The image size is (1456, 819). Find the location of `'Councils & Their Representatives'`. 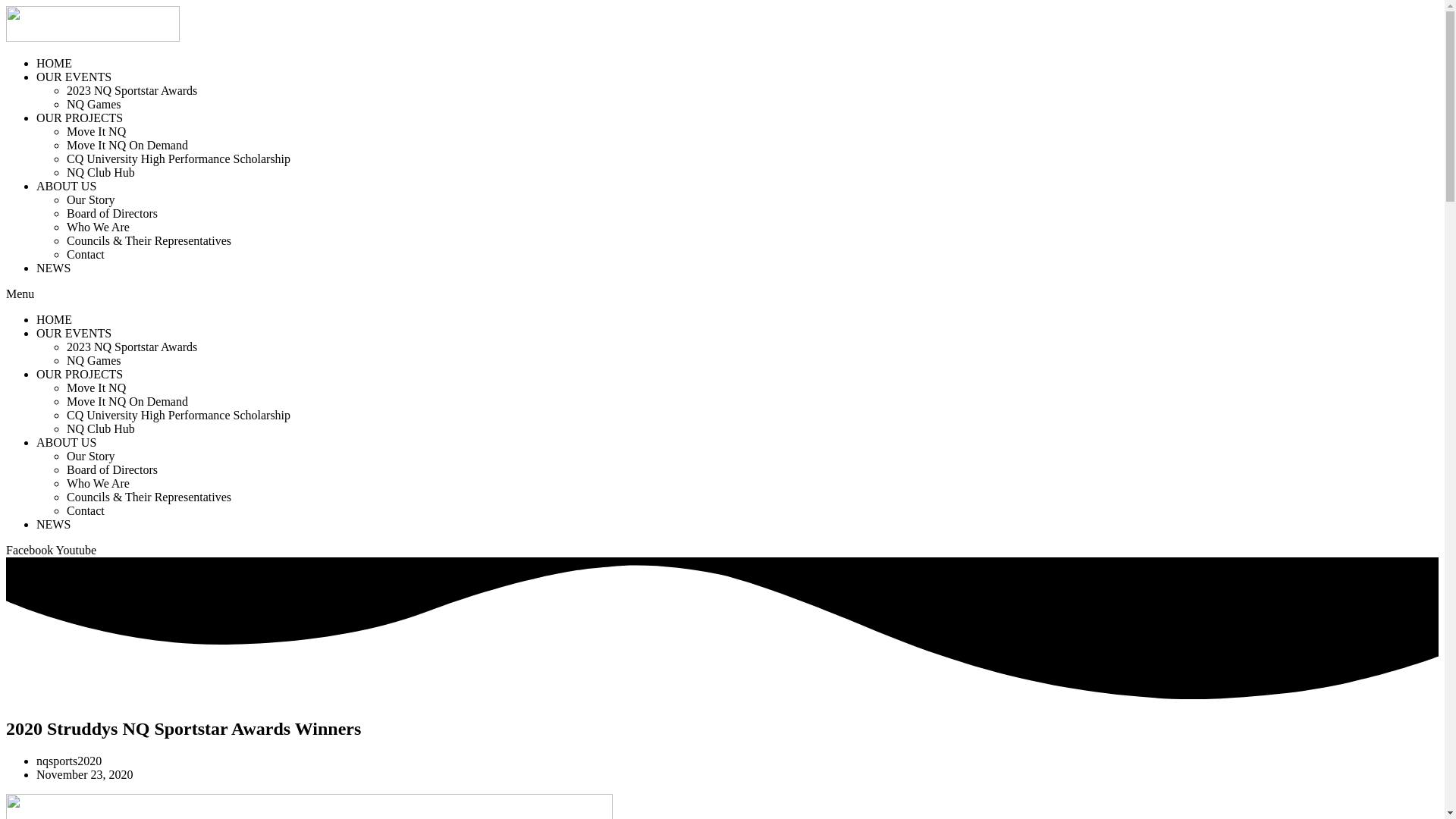

'Councils & Their Representatives' is located at coordinates (149, 240).